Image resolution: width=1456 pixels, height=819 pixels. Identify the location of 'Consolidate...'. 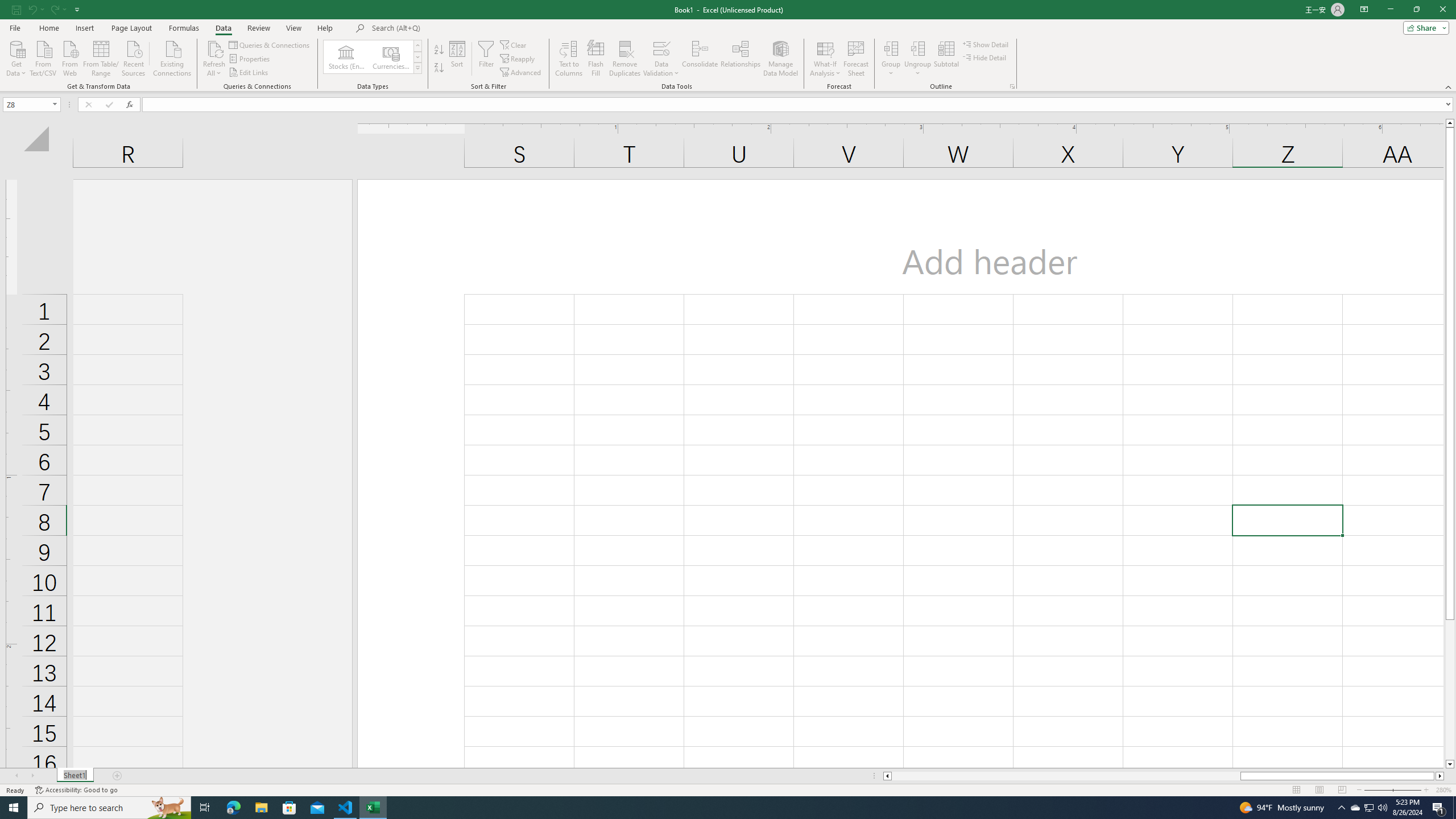
(700, 59).